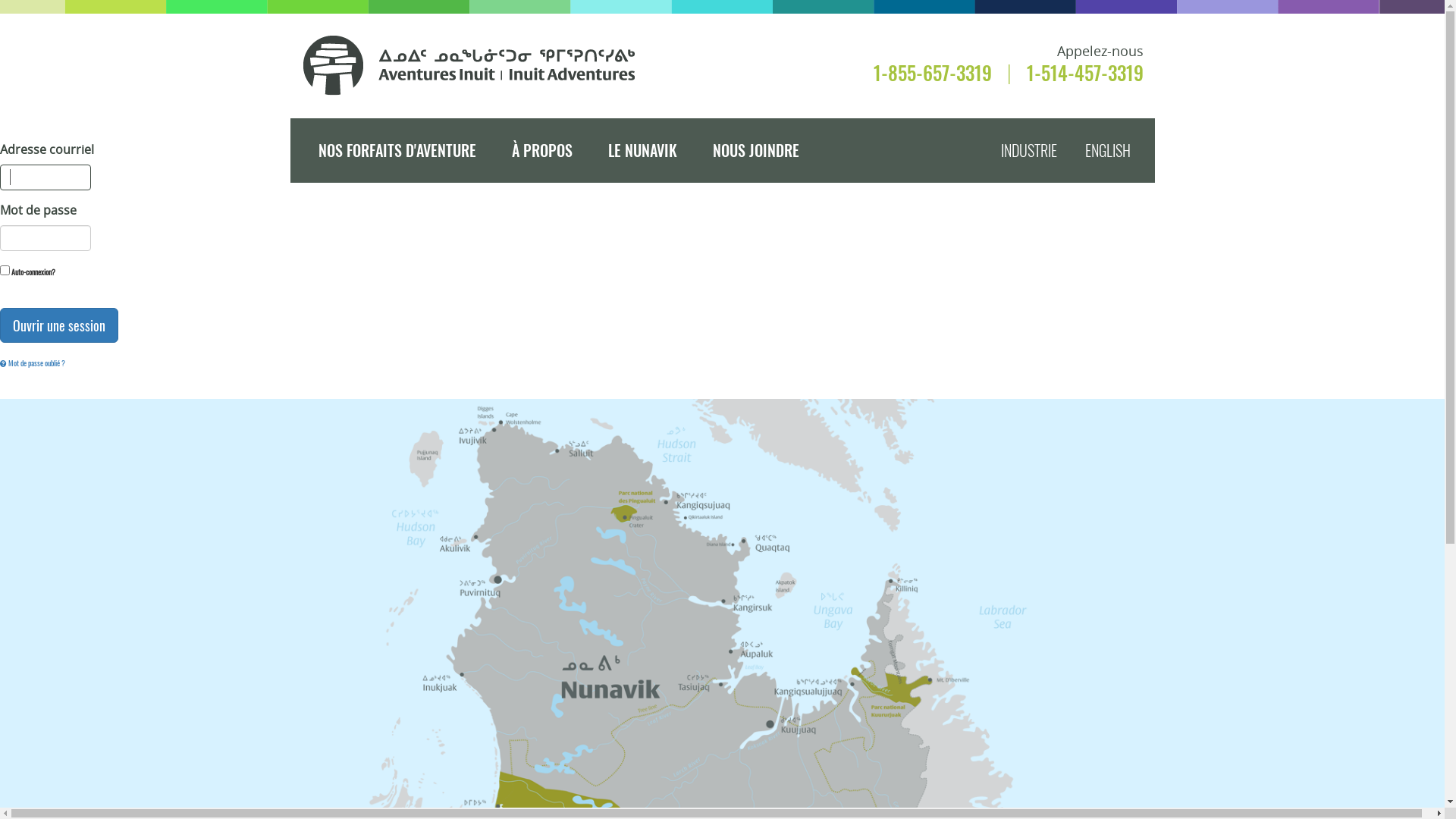 The width and height of the screenshot is (1456, 819). I want to click on 'NOS FORFAITS D'AVENTURE', so click(397, 150).